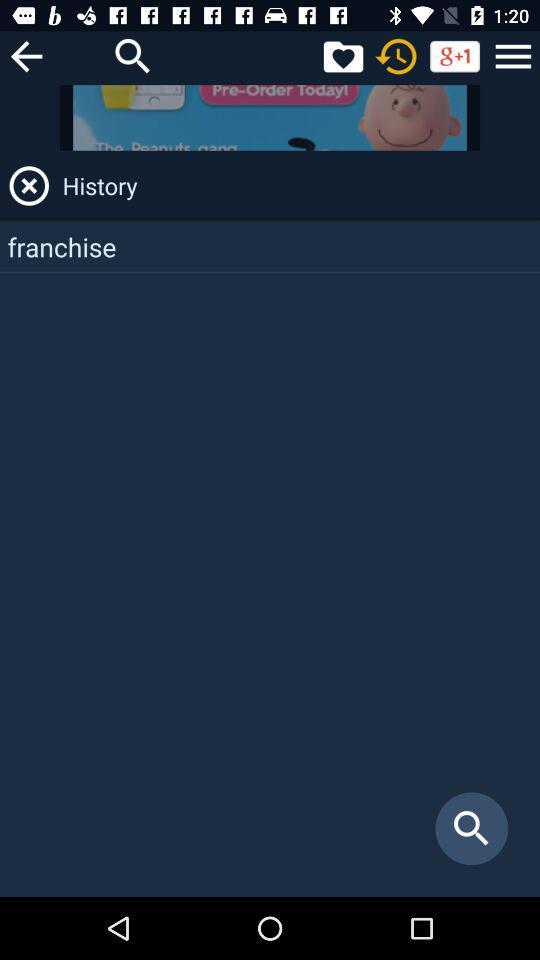 Image resolution: width=540 pixels, height=960 pixels. What do you see at coordinates (270, 245) in the screenshot?
I see `the franchise` at bounding box center [270, 245].